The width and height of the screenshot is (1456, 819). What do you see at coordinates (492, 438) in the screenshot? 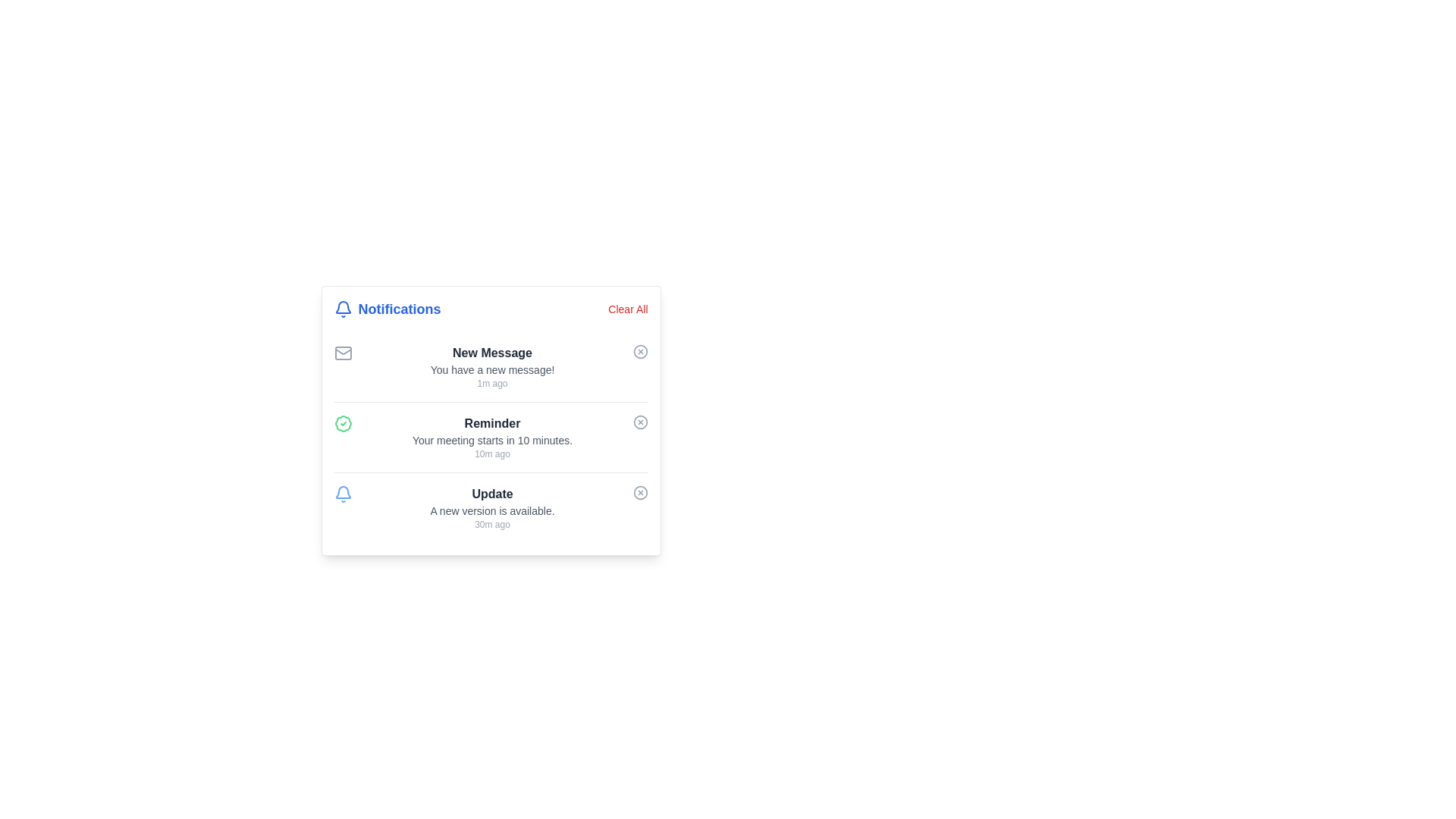
I see `the second notification item in the vertically arranged list that displays a reminder notification indicating that the meeting starts in 10 minutes` at bounding box center [492, 438].